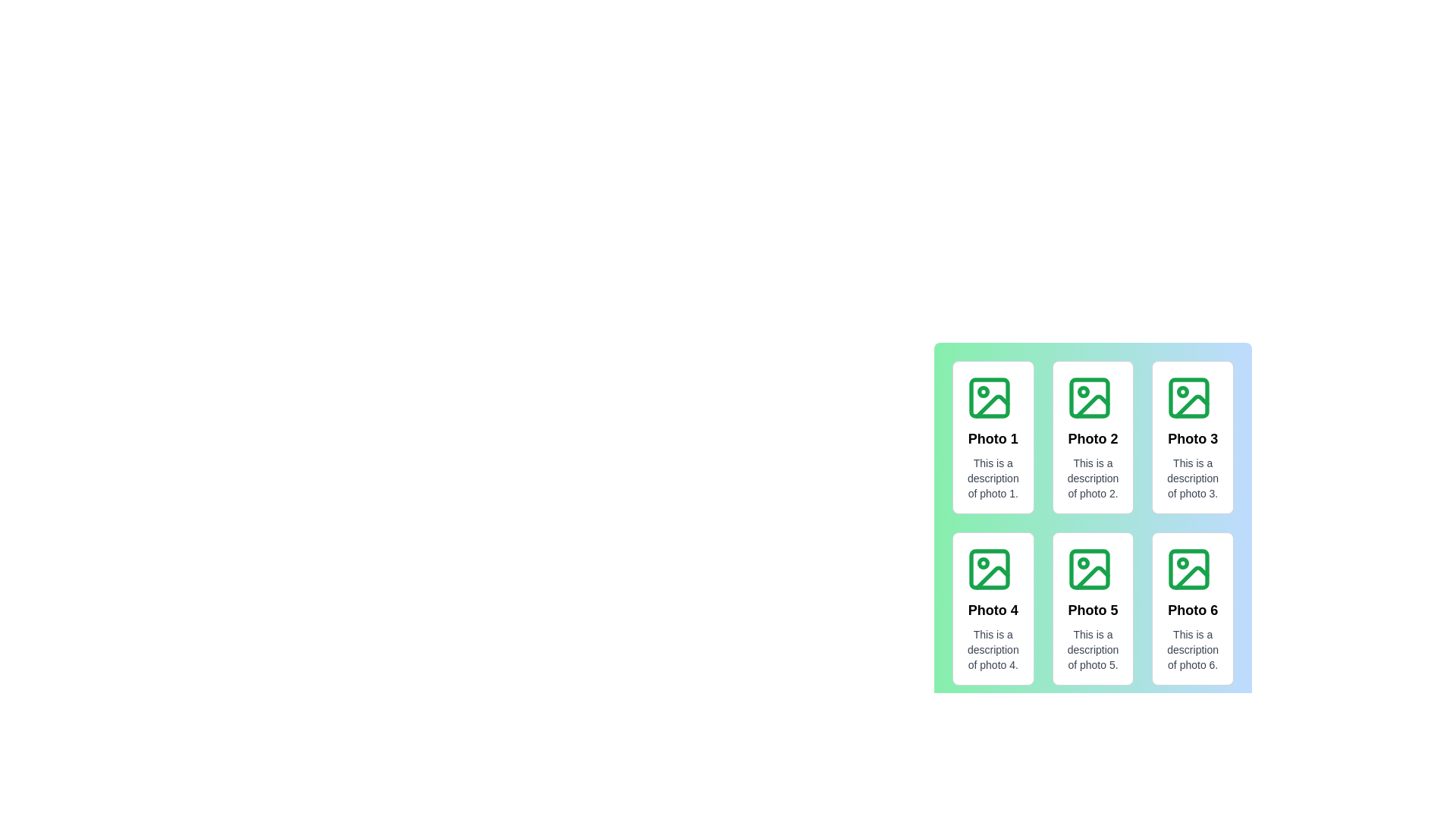 The height and width of the screenshot is (819, 1456). Describe the element at coordinates (993, 438) in the screenshot. I see `the photo with title Photo 1 to view the visual effects` at that location.